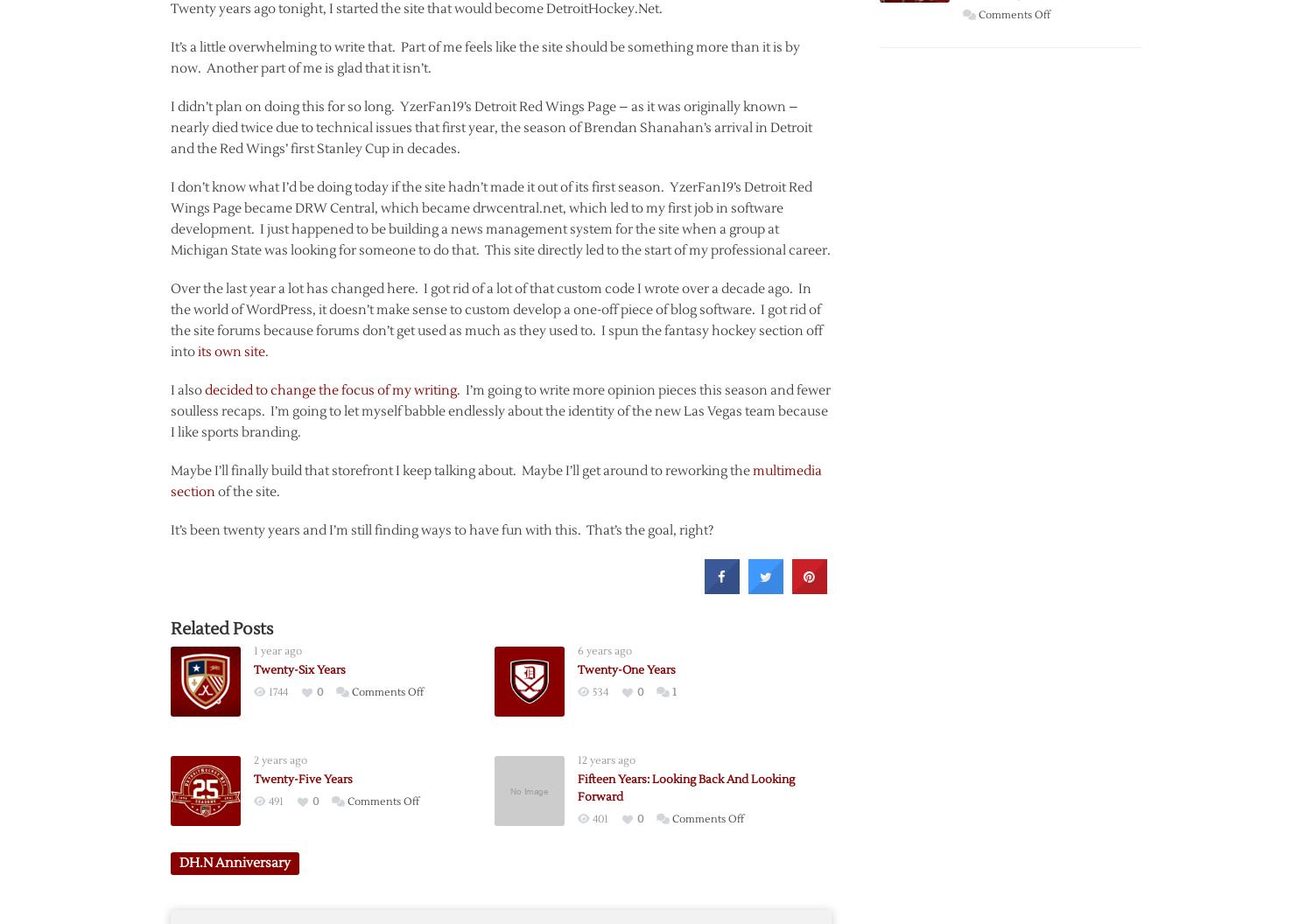 The height and width of the screenshot is (924, 1313). What do you see at coordinates (415, 8) in the screenshot?
I see `'Twenty years ago tonight, I started the site that would become DetroitHockey.Net.'` at bounding box center [415, 8].